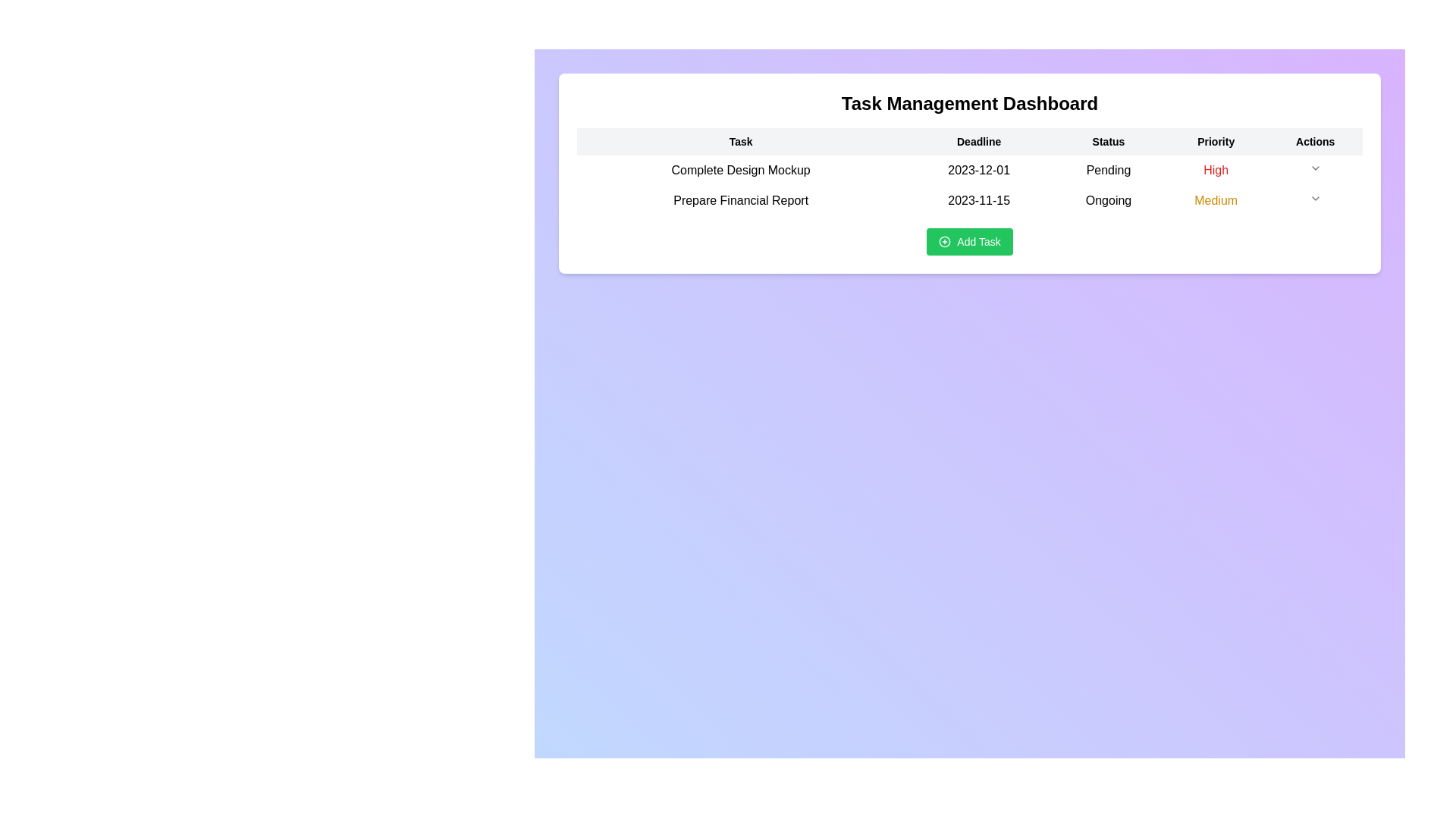 This screenshot has height=819, width=1456. I want to click on the 'Add Task' button located near the bottom of the Task Management Dashboard to observe the hover effect, so click(968, 241).